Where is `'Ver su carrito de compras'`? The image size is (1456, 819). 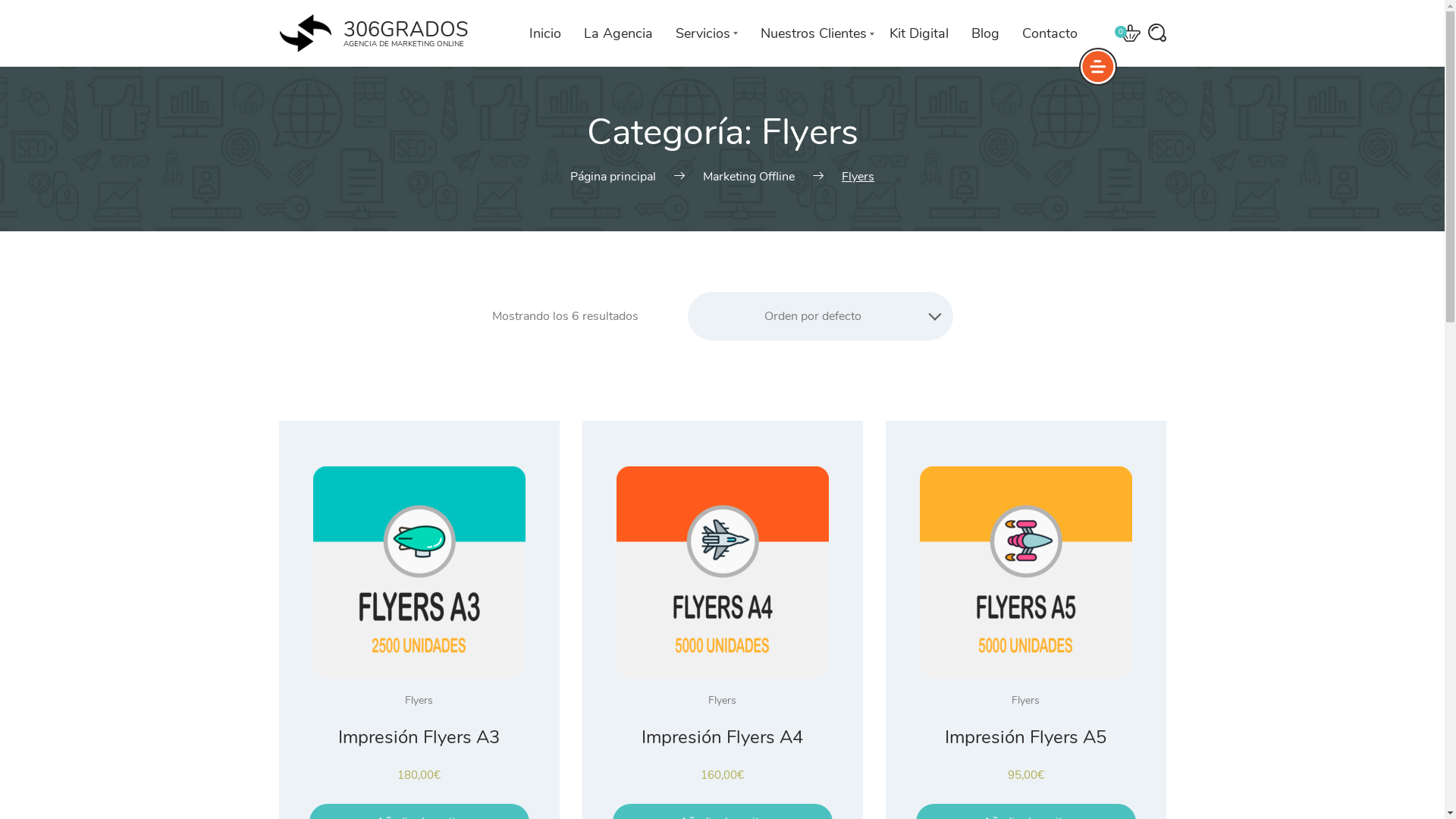 'Ver su carrito de compras' is located at coordinates (1129, 33).